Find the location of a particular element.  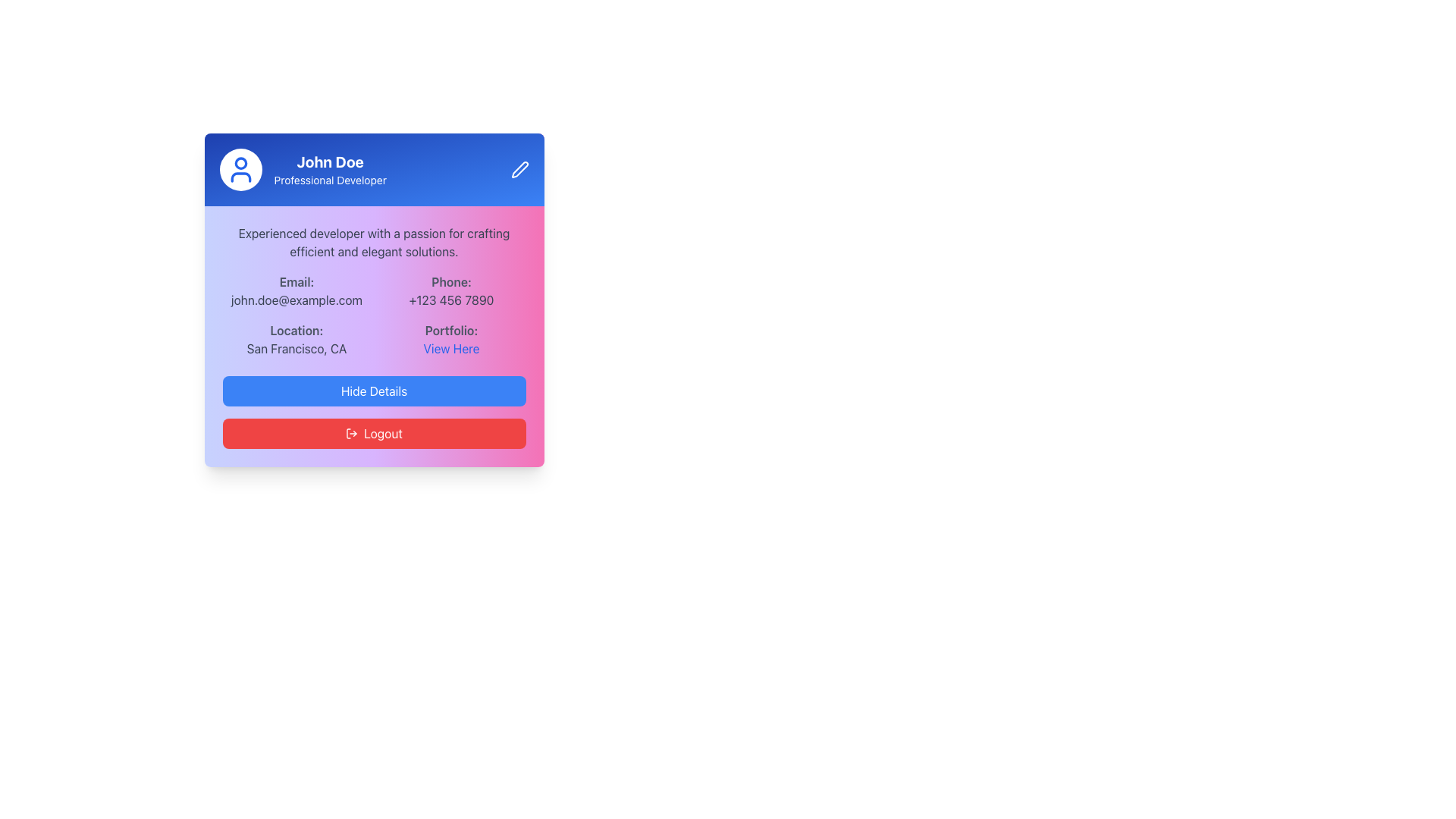

the text label displaying 'John Doe', which is styled in bold and larger font on a blue background, located in the upper section of the user profile card is located at coordinates (329, 162).